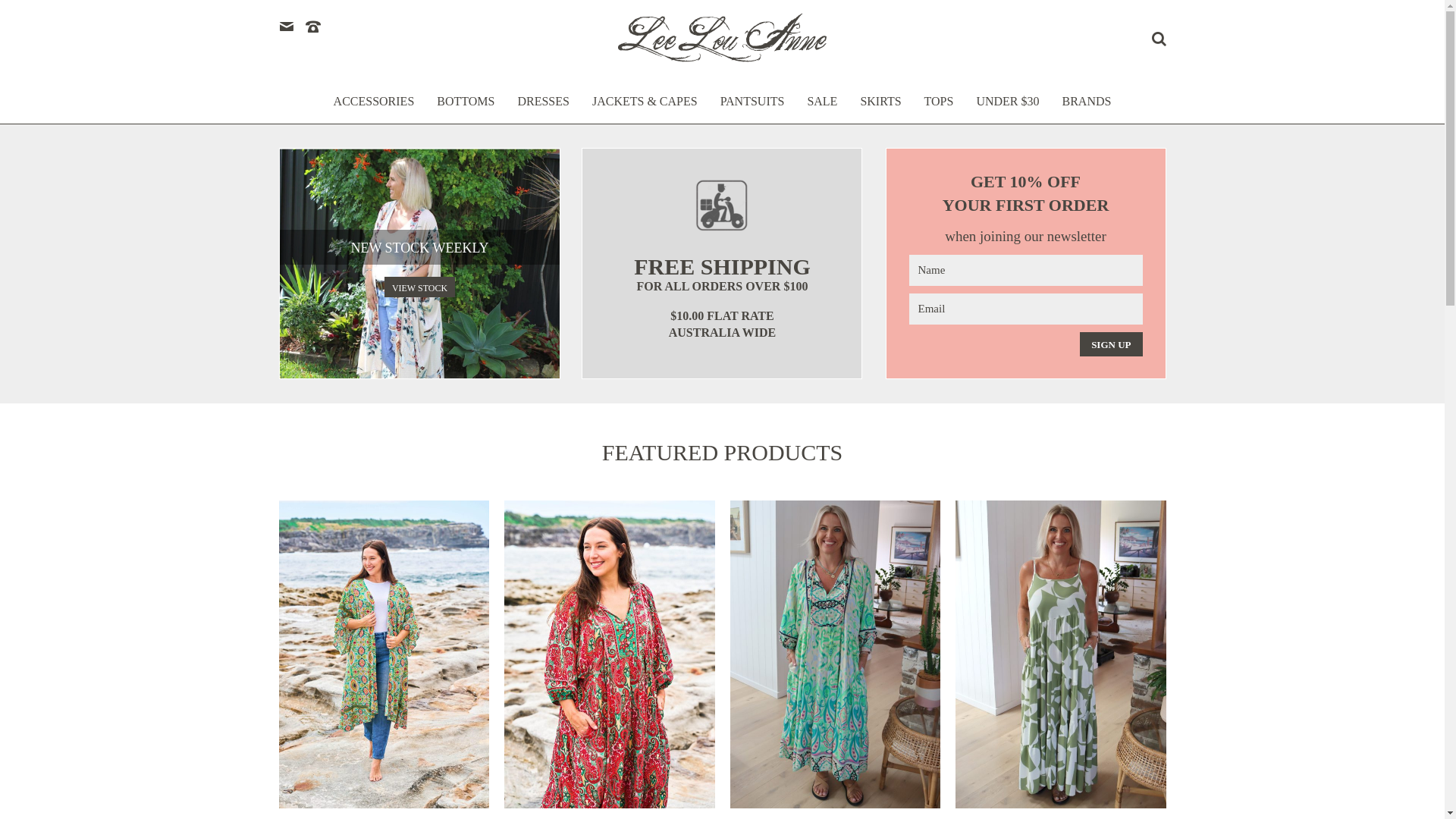 This screenshot has height=819, width=1456. Describe the element at coordinates (806, 108) in the screenshot. I see `'SALE'` at that location.